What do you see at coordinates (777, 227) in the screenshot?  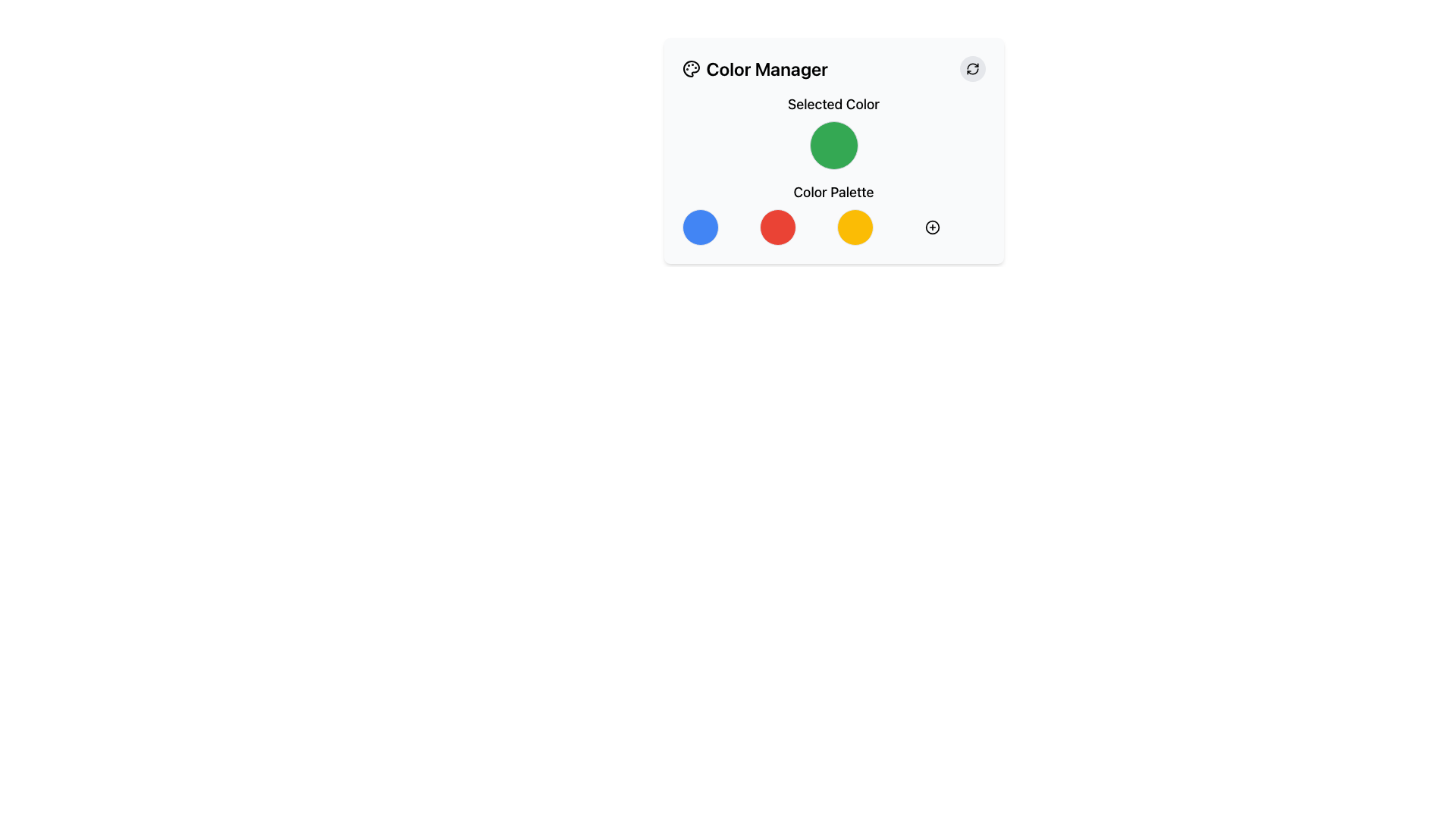 I see `the vibrant red circular button in the Color Manager module, which is the second item in a grid layout of four primary circular elements` at bounding box center [777, 227].